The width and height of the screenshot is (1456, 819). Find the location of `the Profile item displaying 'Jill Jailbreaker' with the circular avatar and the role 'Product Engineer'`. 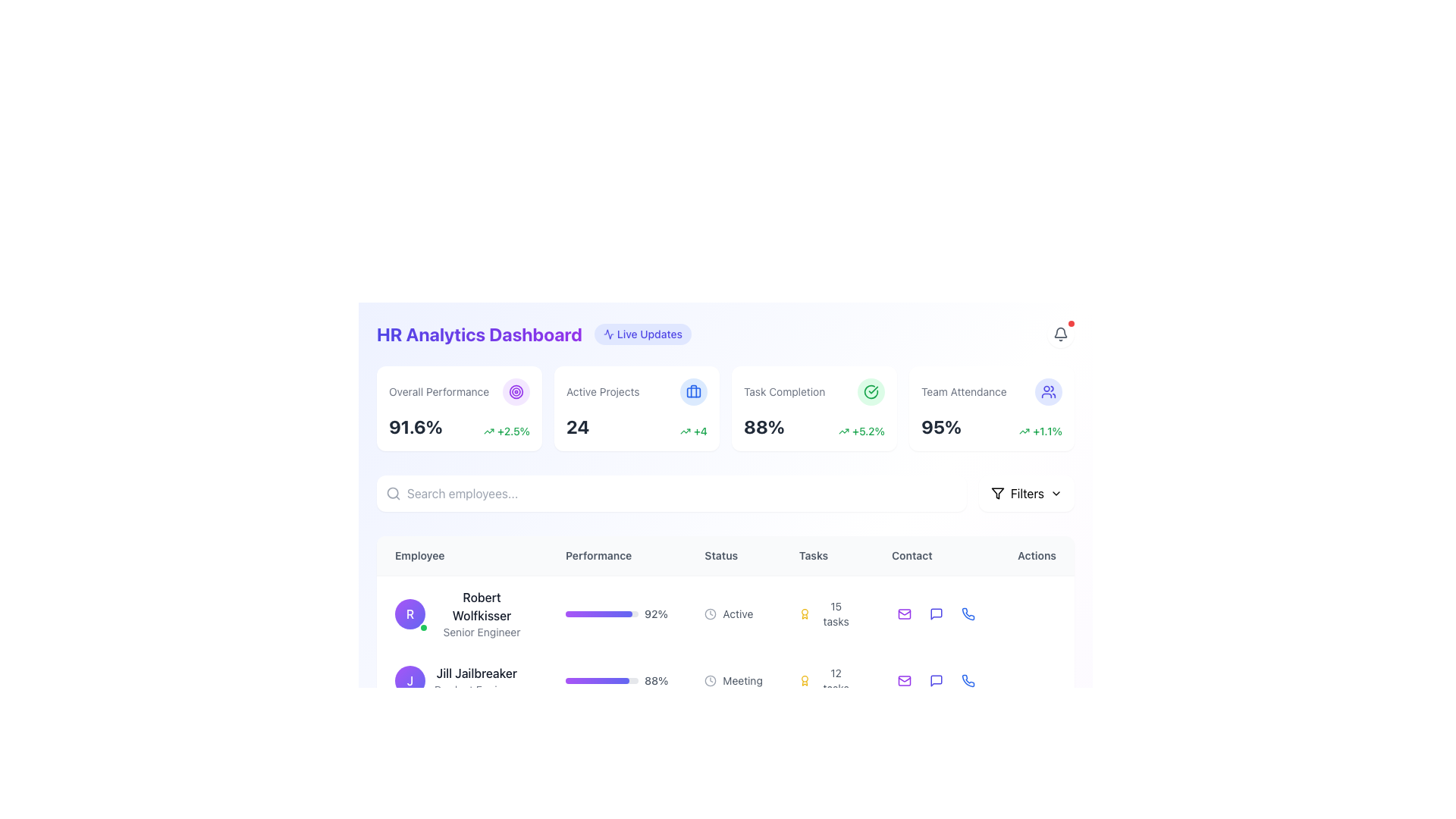

the Profile item displaying 'Jill Jailbreaker' with the circular avatar and the role 'Product Engineer' is located at coordinates (461, 680).